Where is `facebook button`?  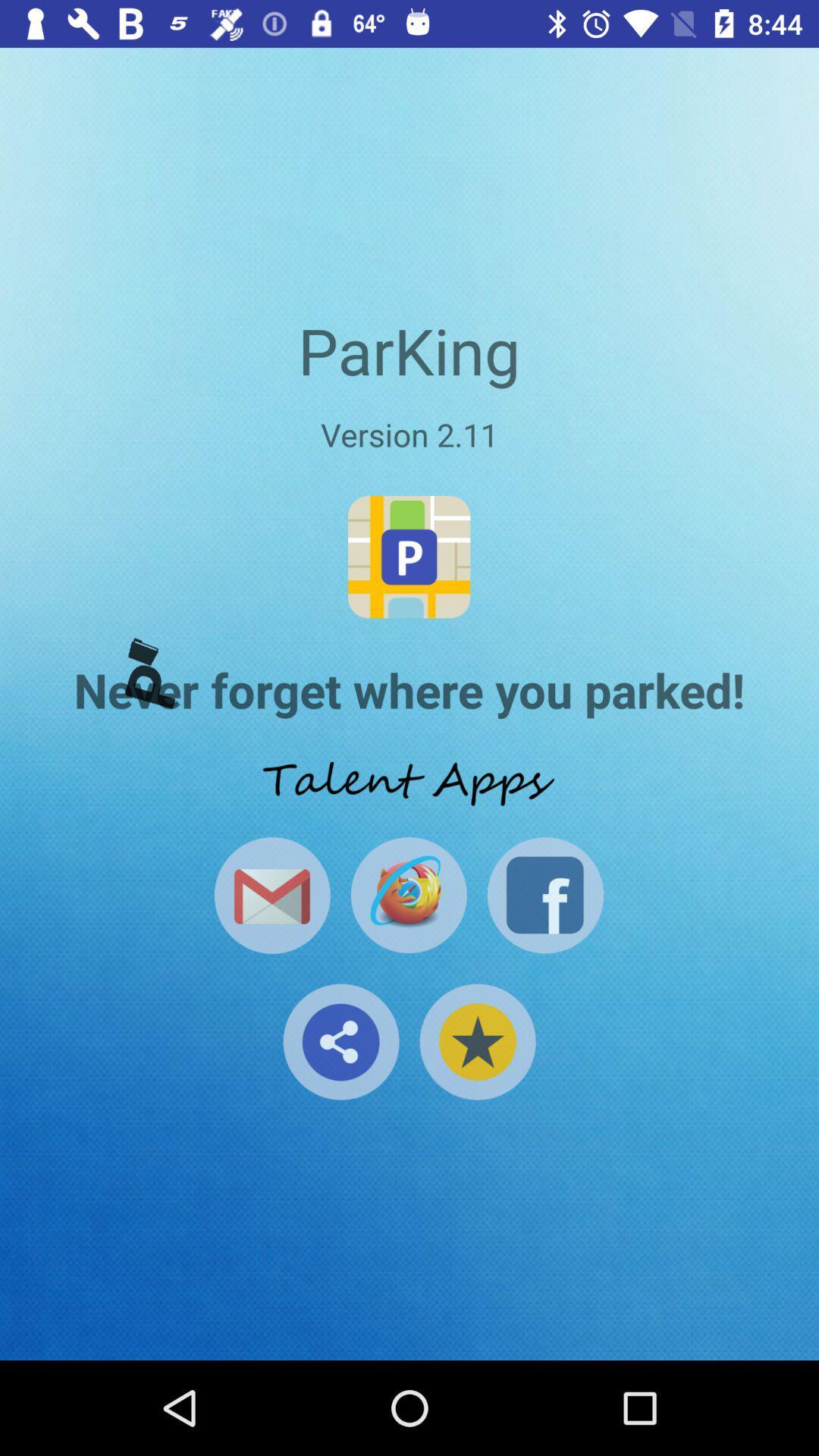 facebook button is located at coordinates (544, 895).